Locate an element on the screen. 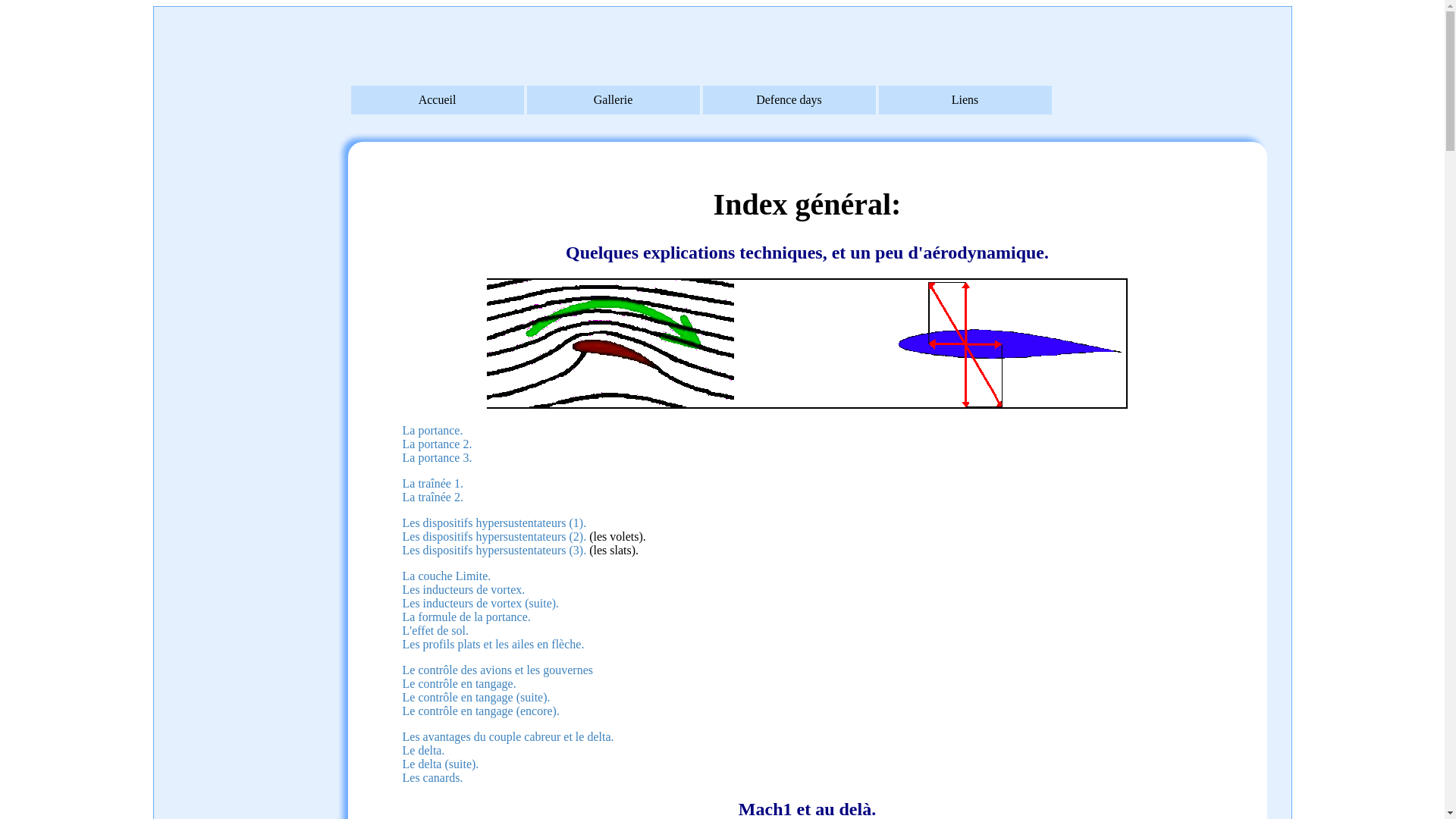  'Gallerie' is located at coordinates (526, 99).